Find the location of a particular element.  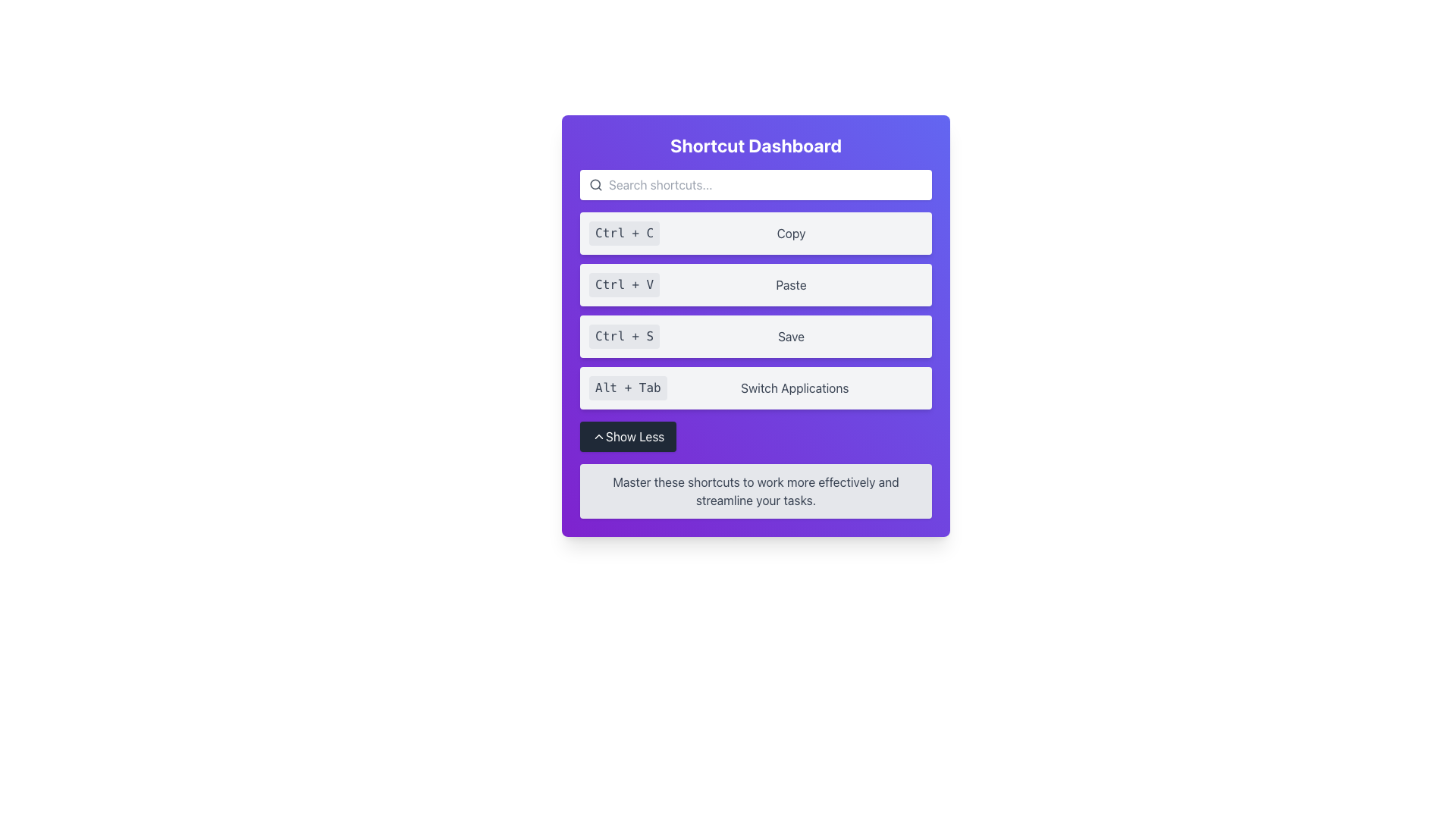

the text label displaying 'Alt + Tab', which has a light-gray background and dark-gray text, styled to represent a keyboard shortcut is located at coordinates (628, 388).